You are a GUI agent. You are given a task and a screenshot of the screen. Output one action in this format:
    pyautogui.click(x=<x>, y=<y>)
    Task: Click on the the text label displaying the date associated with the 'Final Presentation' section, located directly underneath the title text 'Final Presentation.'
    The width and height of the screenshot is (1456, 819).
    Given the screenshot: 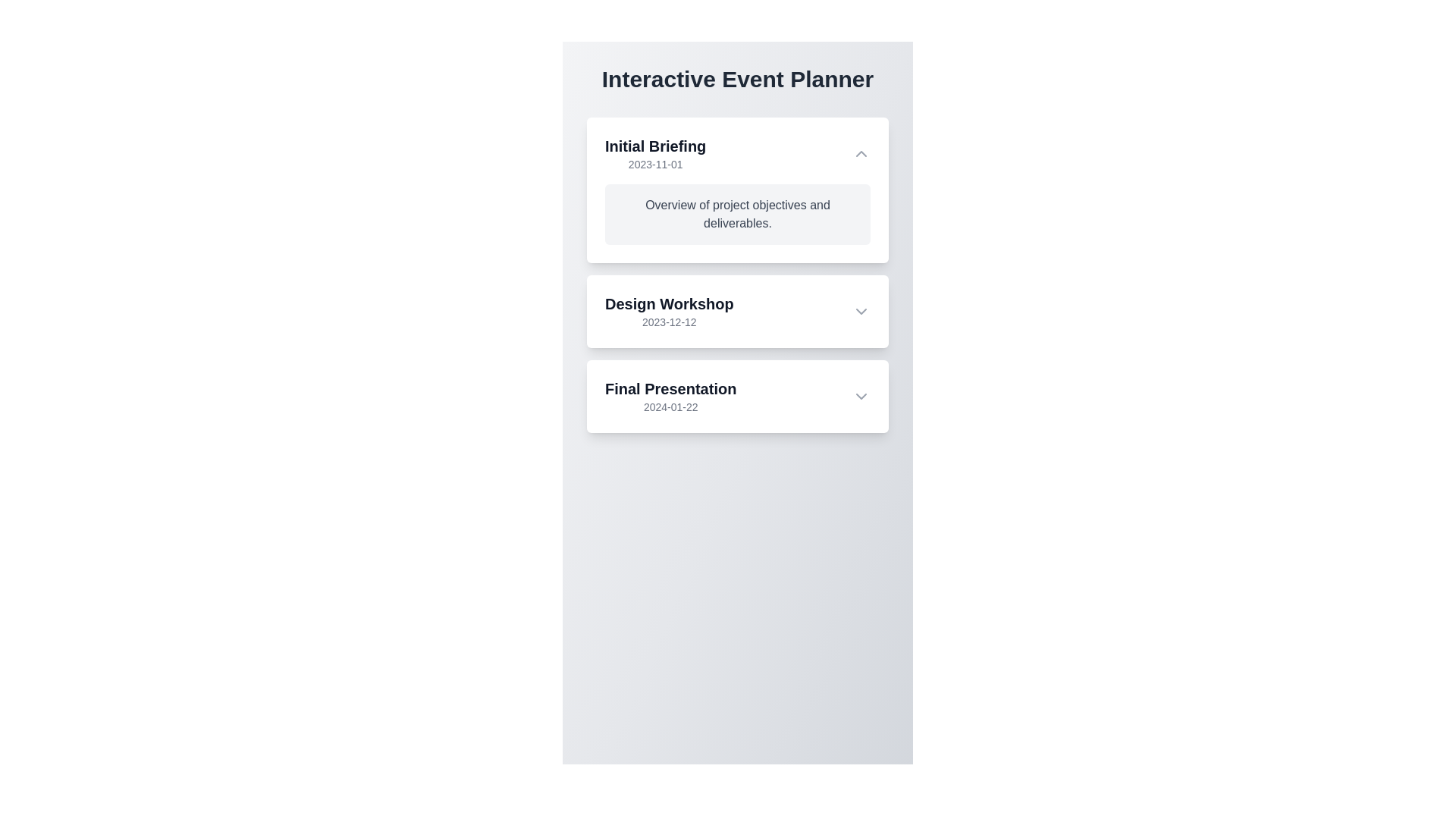 What is the action you would take?
    pyautogui.click(x=670, y=406)
    